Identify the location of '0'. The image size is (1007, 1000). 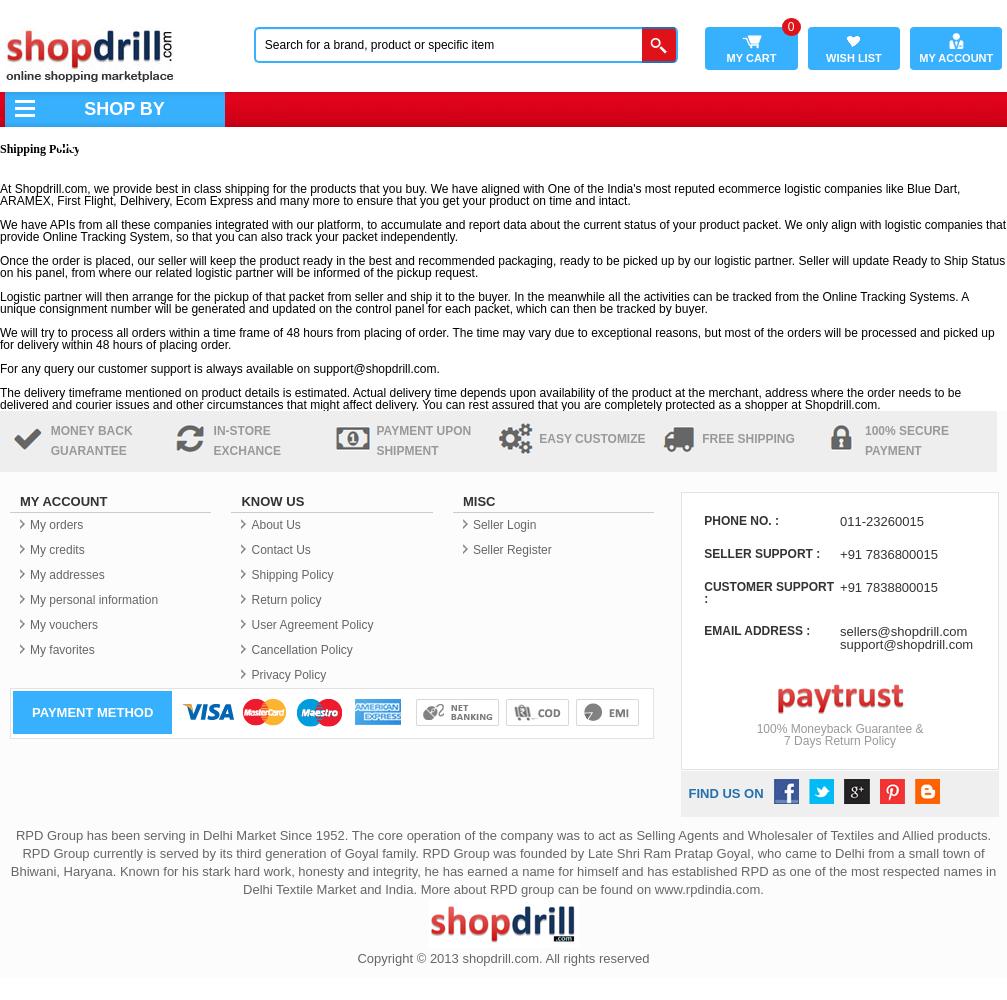
(789, 27).